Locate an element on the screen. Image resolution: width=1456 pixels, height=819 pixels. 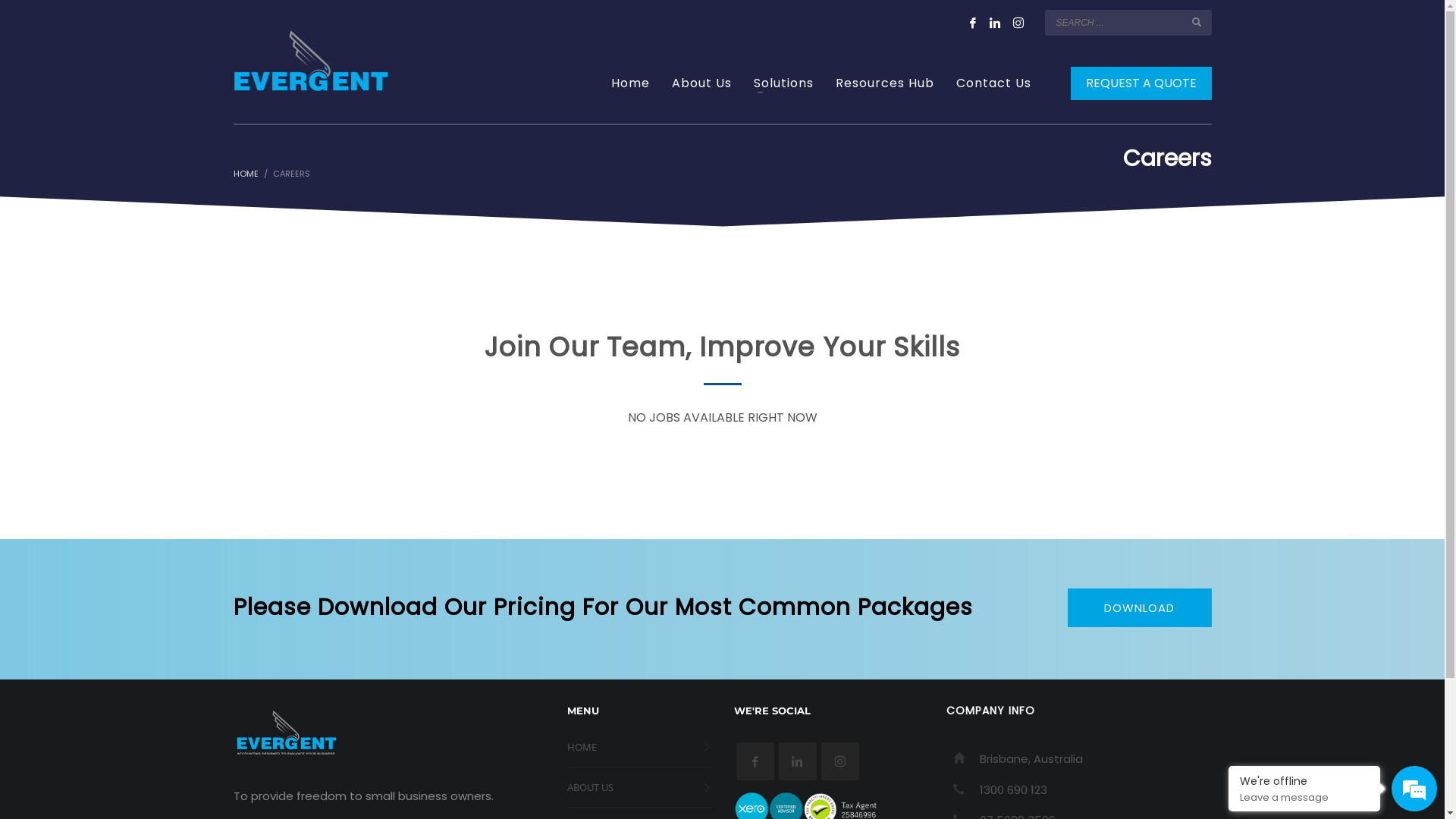
'Home' is located at coordinates (601, 83).